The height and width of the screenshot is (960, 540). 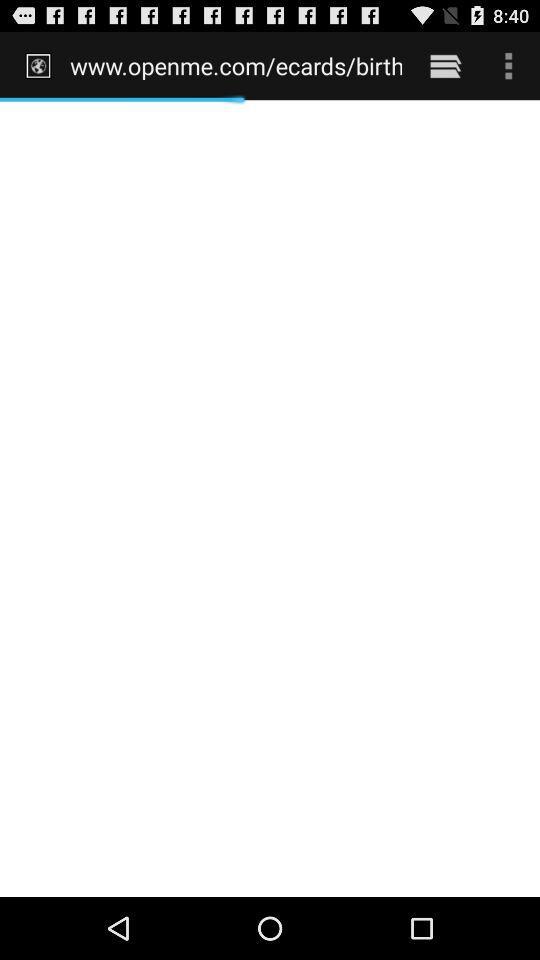 I want to click on item next to www openme com item, so click(x=445, y=65).